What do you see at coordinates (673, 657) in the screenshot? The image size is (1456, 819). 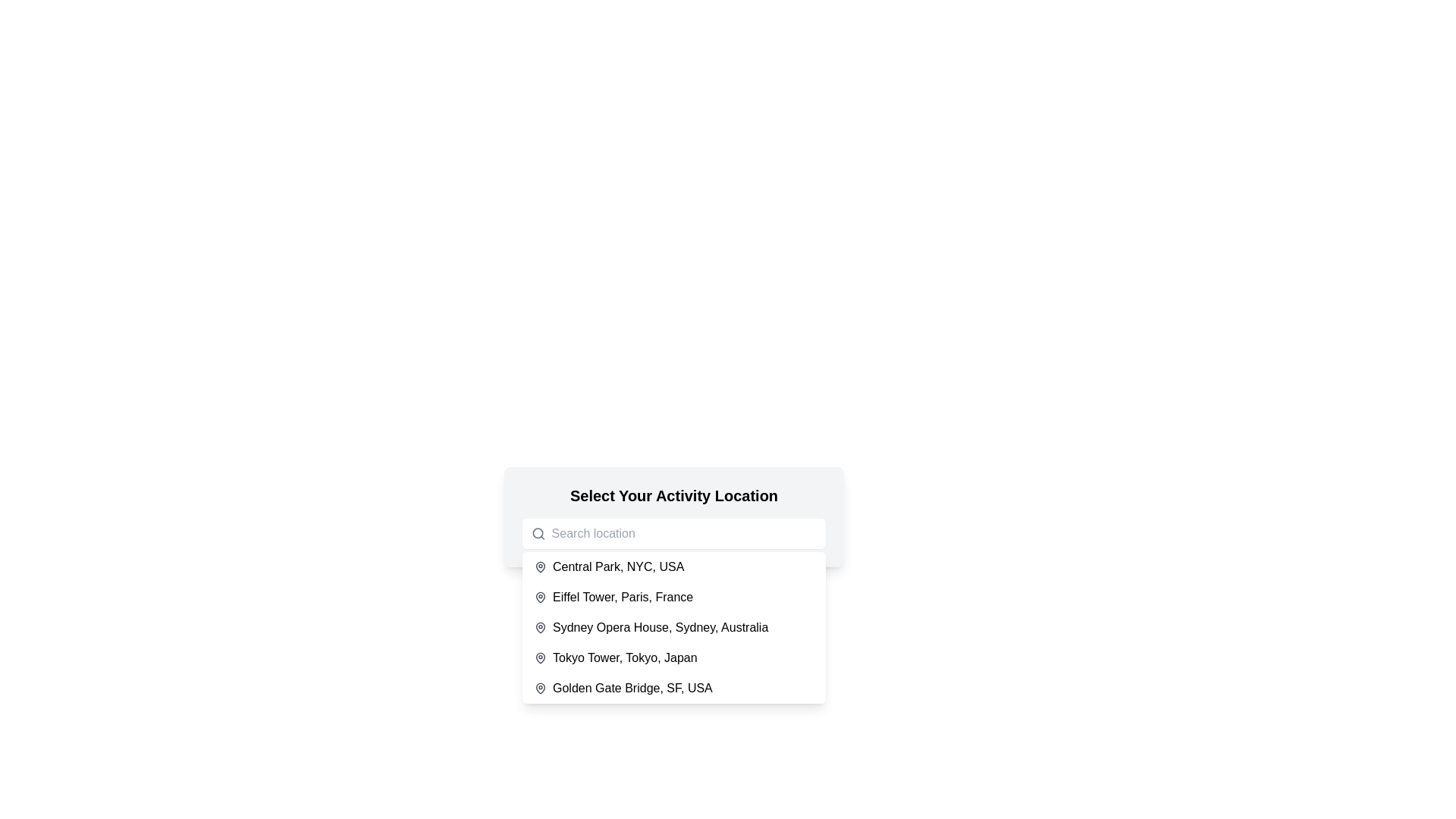 I see `the list item in the dropdown menu that reads 'Tokyo Tower, Tokyo, Japan'` at bounding box center [673, 657].